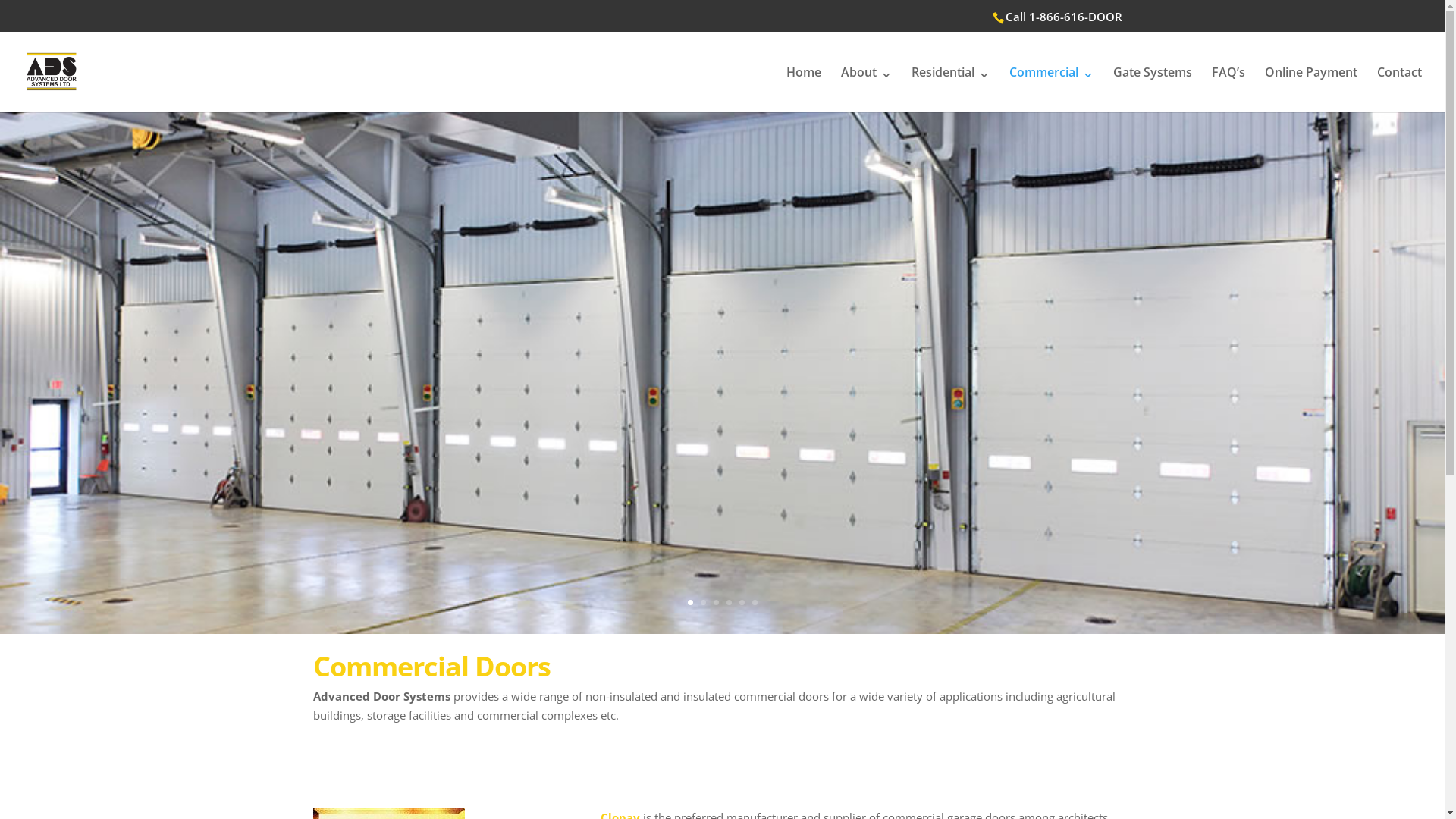  What do you see at coordinates (702, 601) in the screenshot?
I see `'2'` at bounding box center [702, 601].